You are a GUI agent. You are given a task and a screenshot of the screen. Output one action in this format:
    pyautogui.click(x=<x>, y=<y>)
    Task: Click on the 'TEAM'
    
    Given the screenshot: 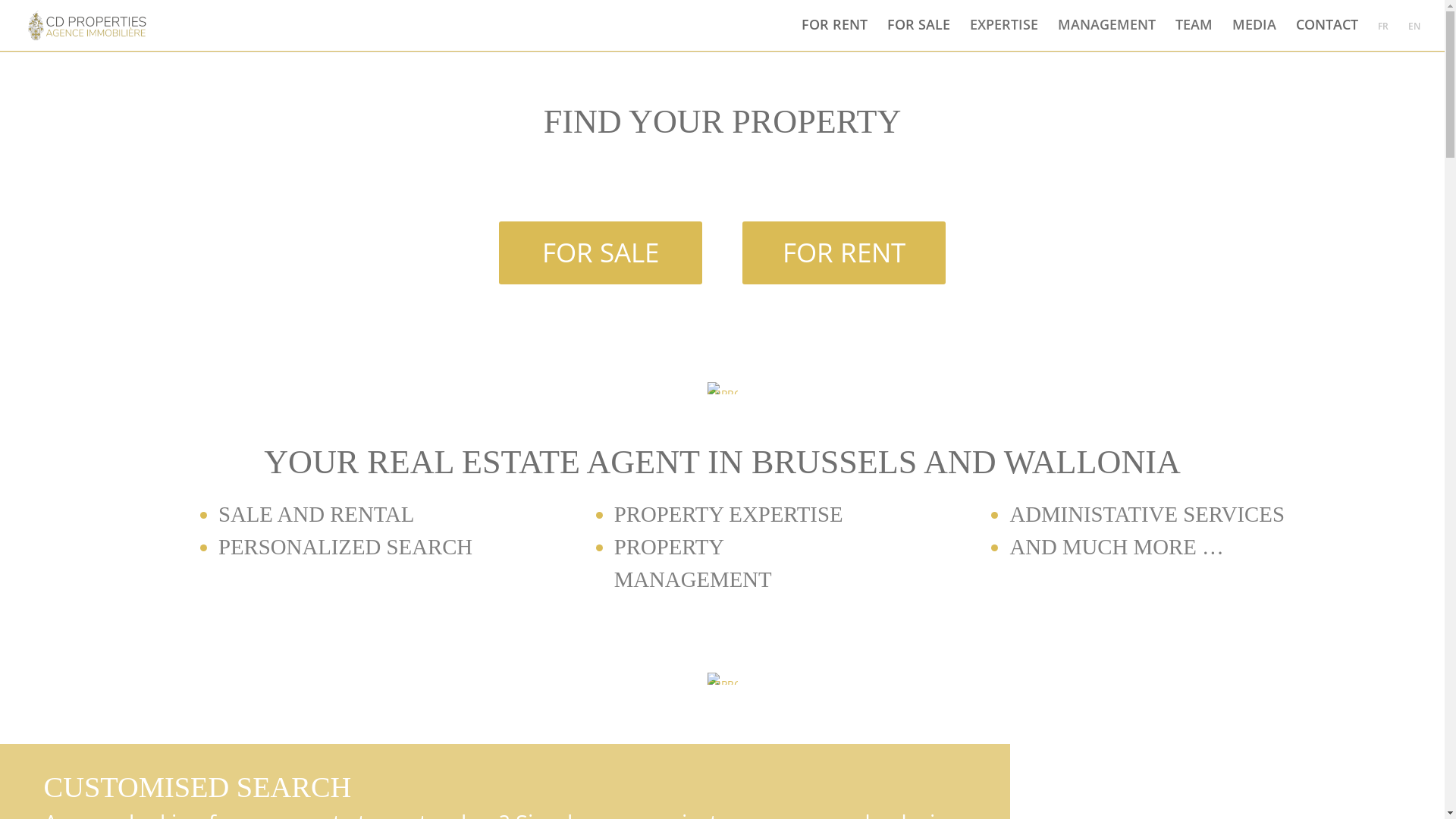 What is the action you would take?
    pyautogui.click(x=1193, y=33)
    